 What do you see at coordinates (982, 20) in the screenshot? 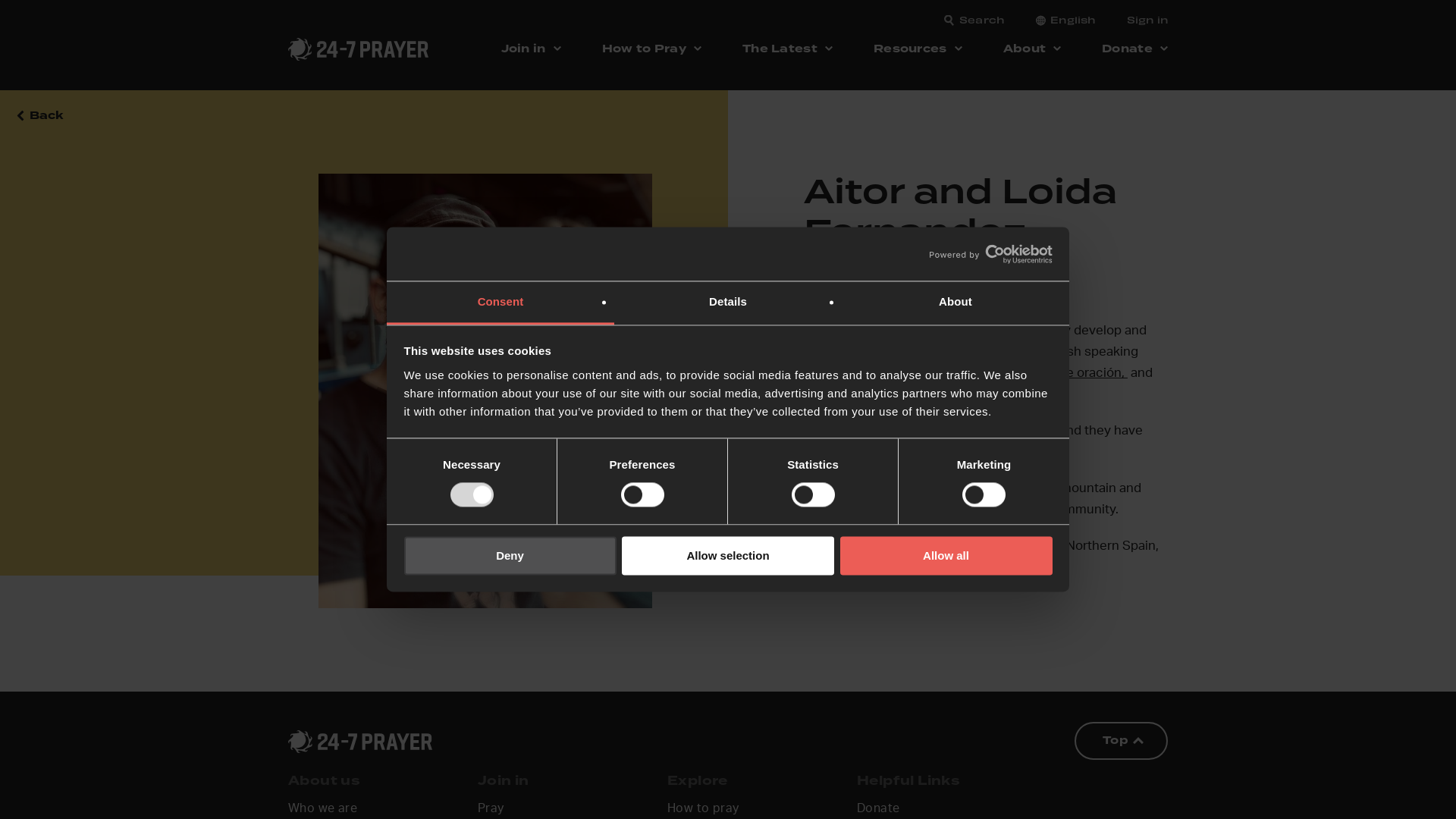
I see `'Search'` at bounding box center [982, 20].